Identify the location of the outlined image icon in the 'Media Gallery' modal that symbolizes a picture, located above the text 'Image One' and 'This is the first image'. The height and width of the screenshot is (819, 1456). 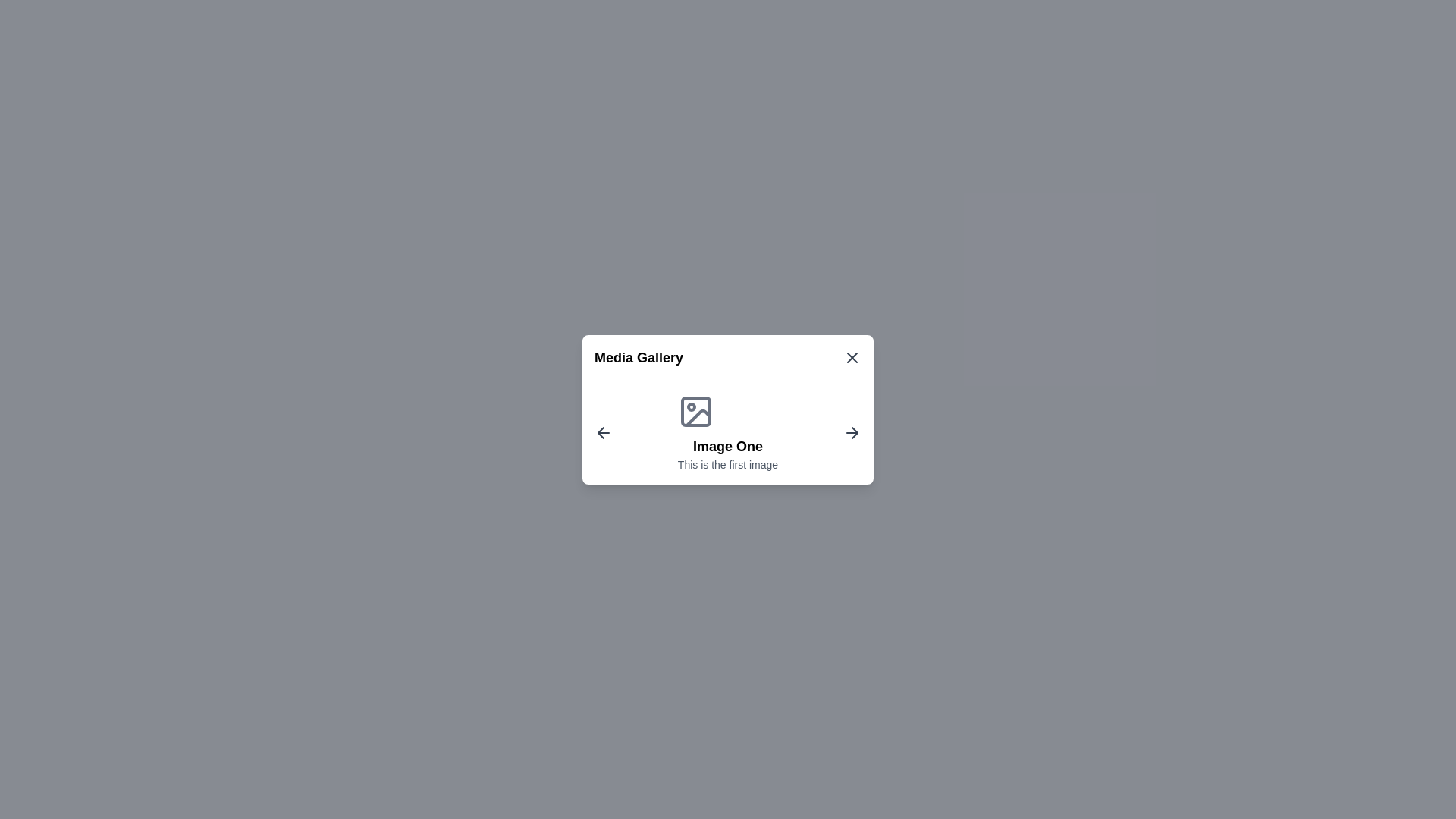
(695, 411).